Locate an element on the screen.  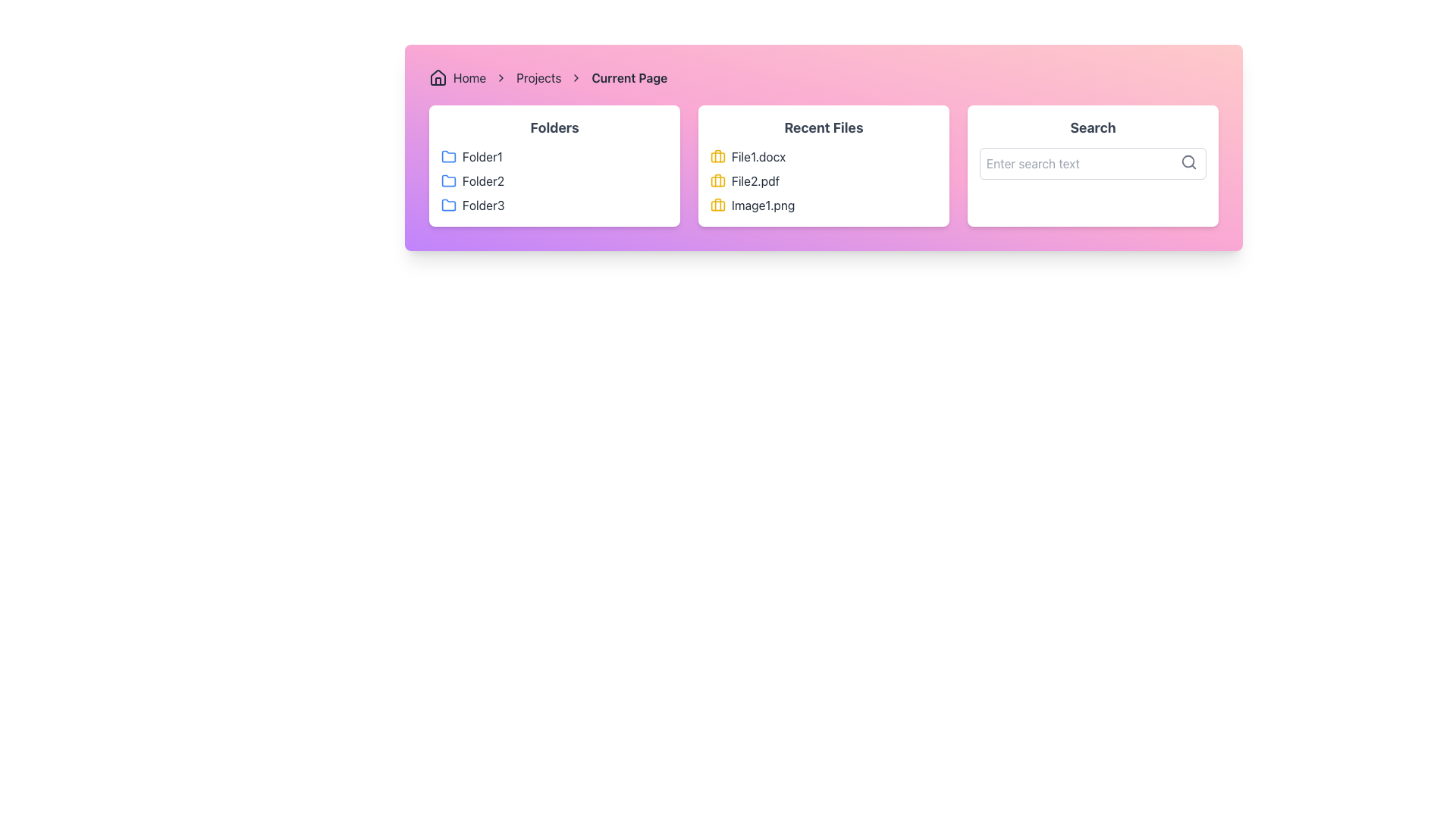
the bottom-most rectangle of the briefcase icon located in the 'Recent Files' section, which symbolizes a file type or category is located at coordinates (717, 205).